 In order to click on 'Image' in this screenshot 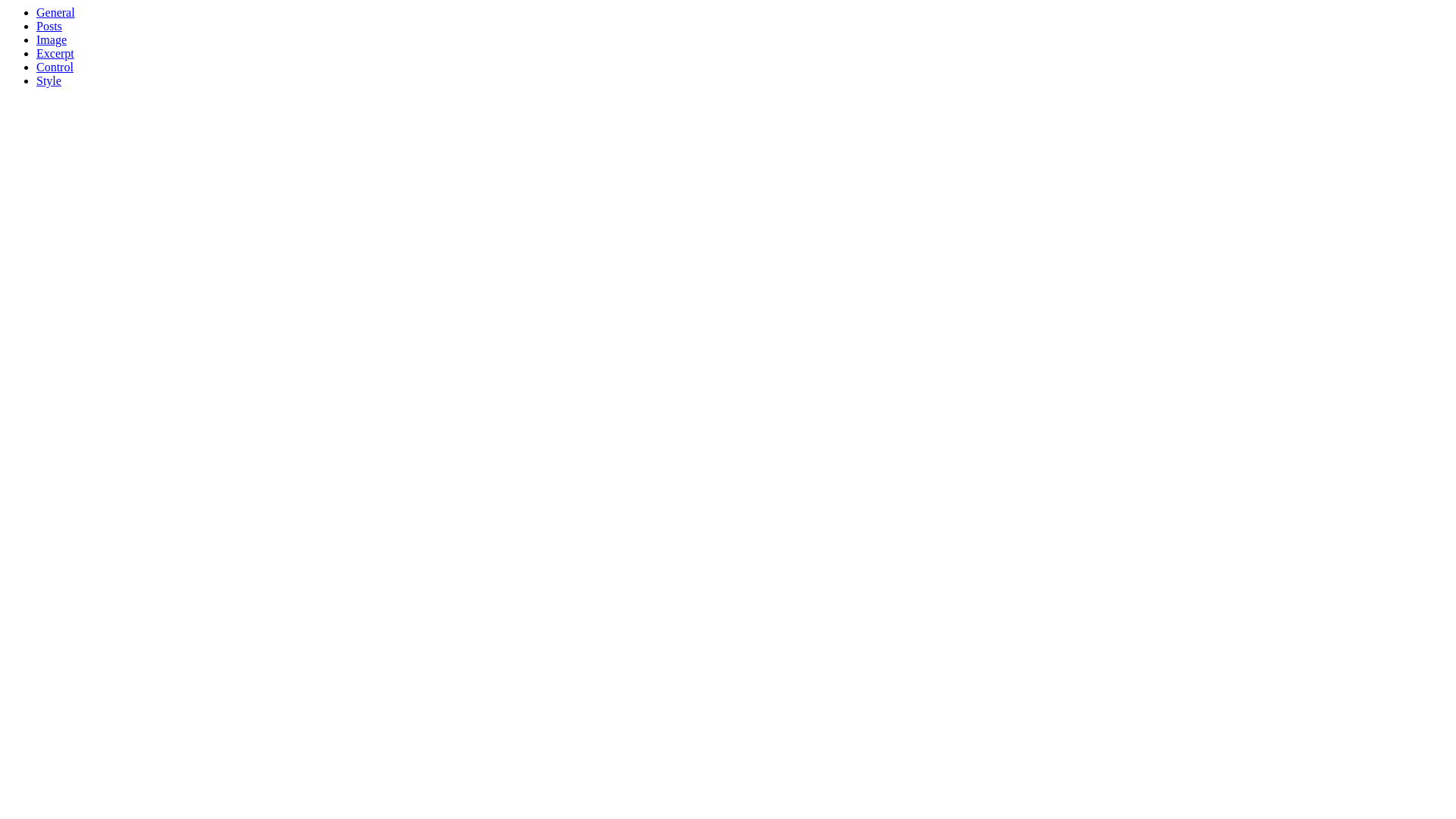, I will do `click(36, 39)`.